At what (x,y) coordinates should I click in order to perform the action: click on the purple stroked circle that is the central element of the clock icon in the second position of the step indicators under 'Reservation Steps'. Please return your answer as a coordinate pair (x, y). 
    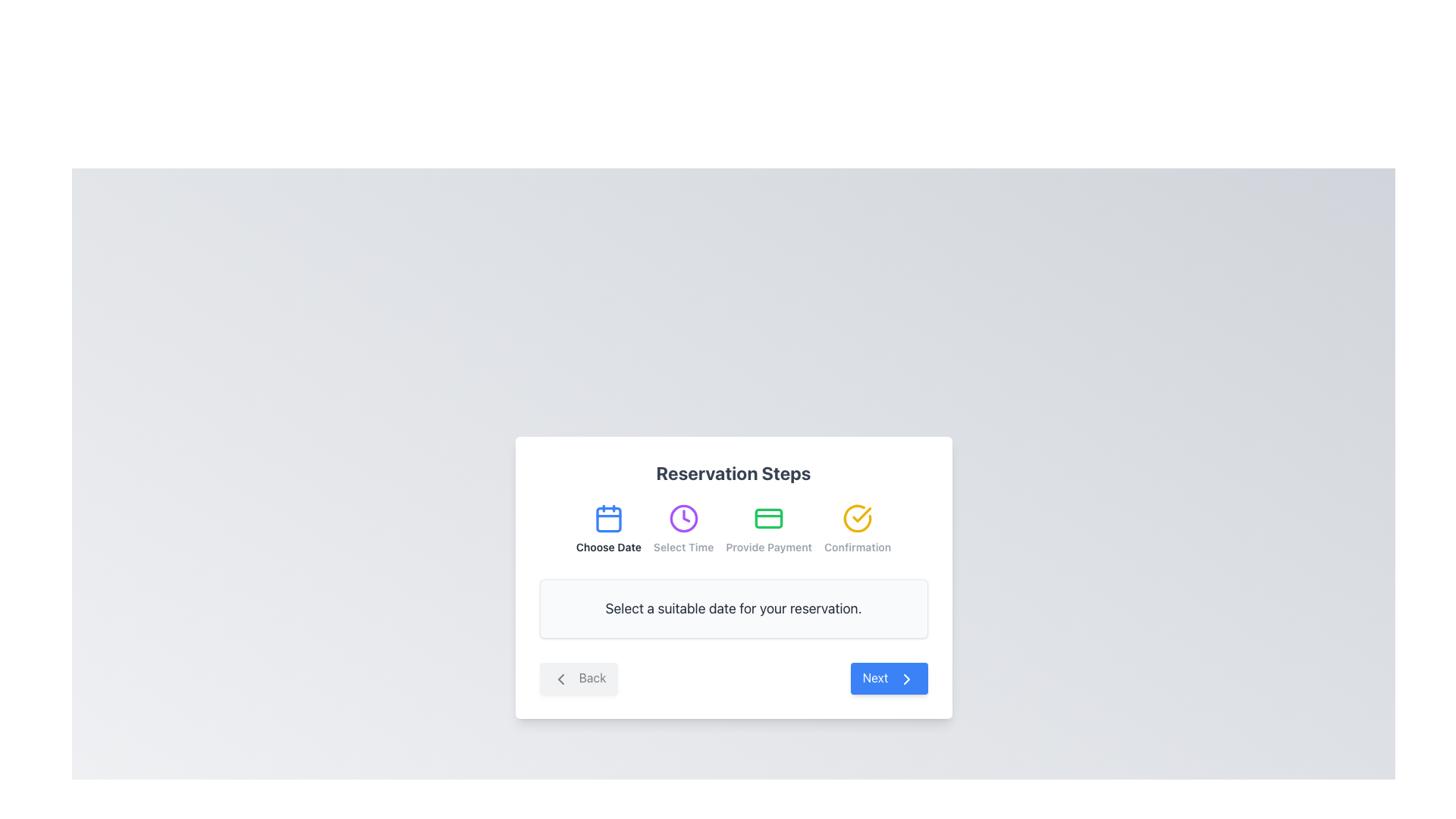
    Looking at the image, I should click on (682, 518).